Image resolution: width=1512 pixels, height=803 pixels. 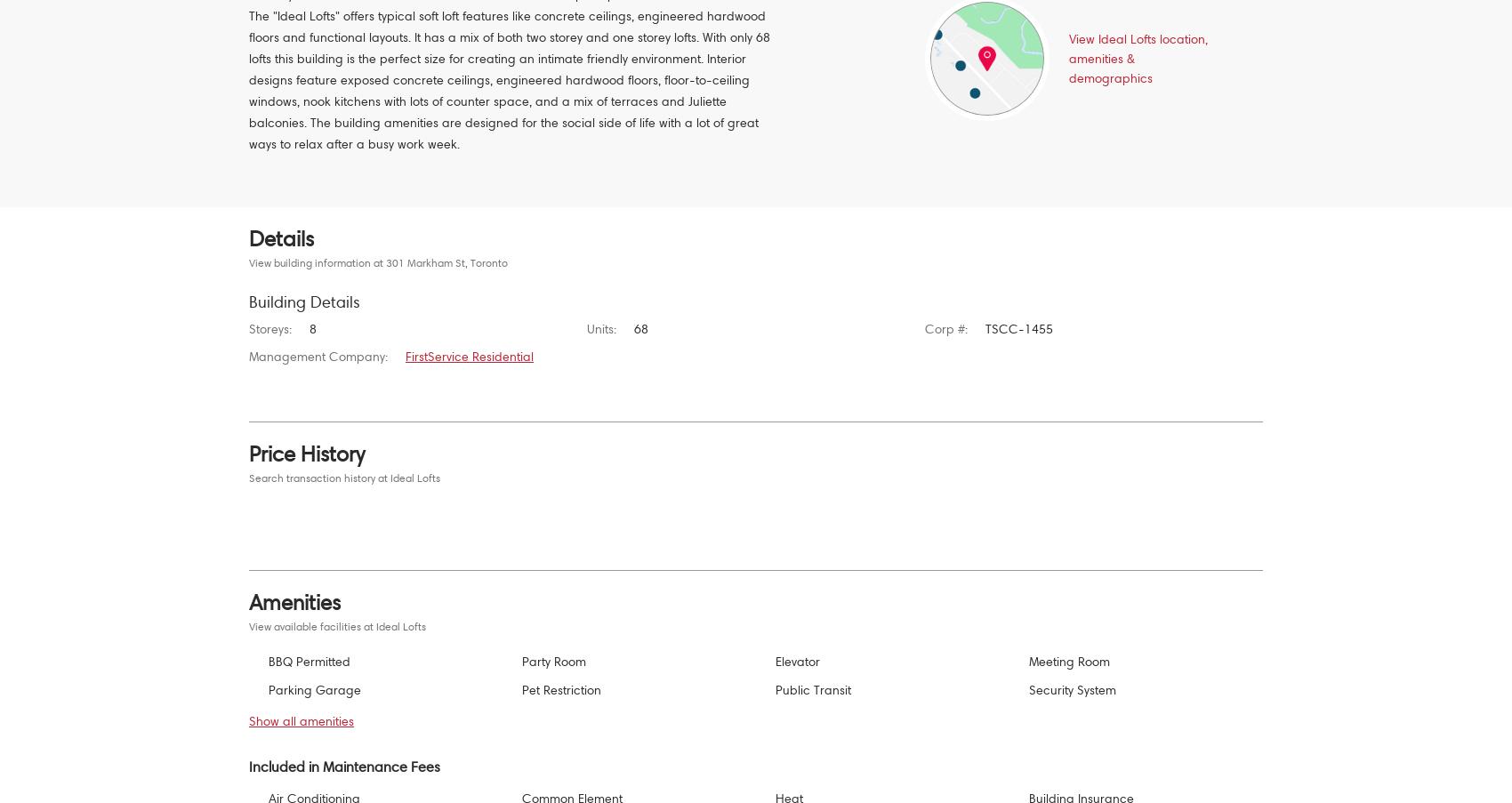 What do you see at coordinates (1068, 661) in the screenshot?
I see `'Meeting Room'` at bounding box center [1068, 661].